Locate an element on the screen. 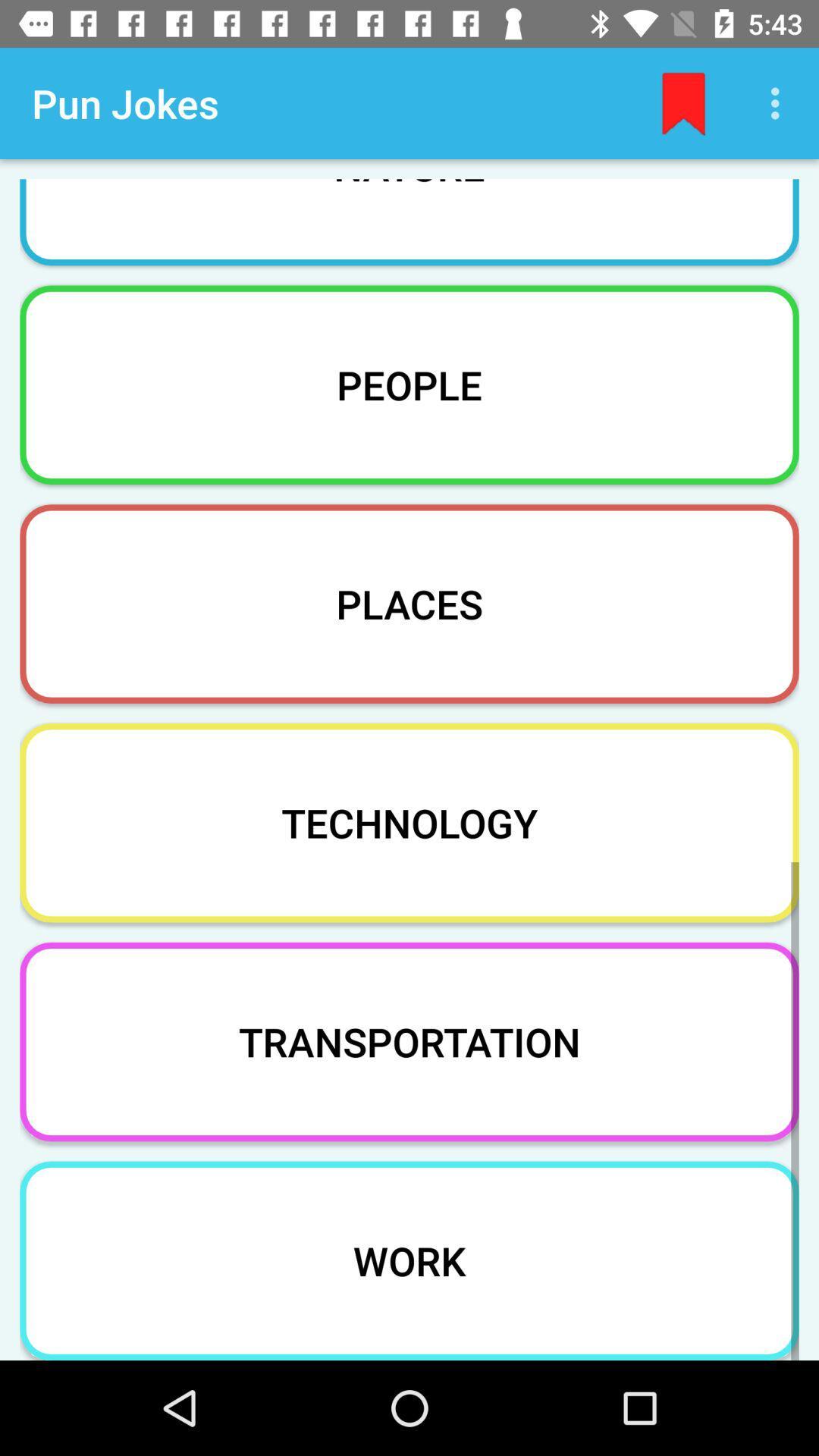 This screenshot has height=1456, width=819. app next to the pun jokes app is located at coordinates (683, 102).